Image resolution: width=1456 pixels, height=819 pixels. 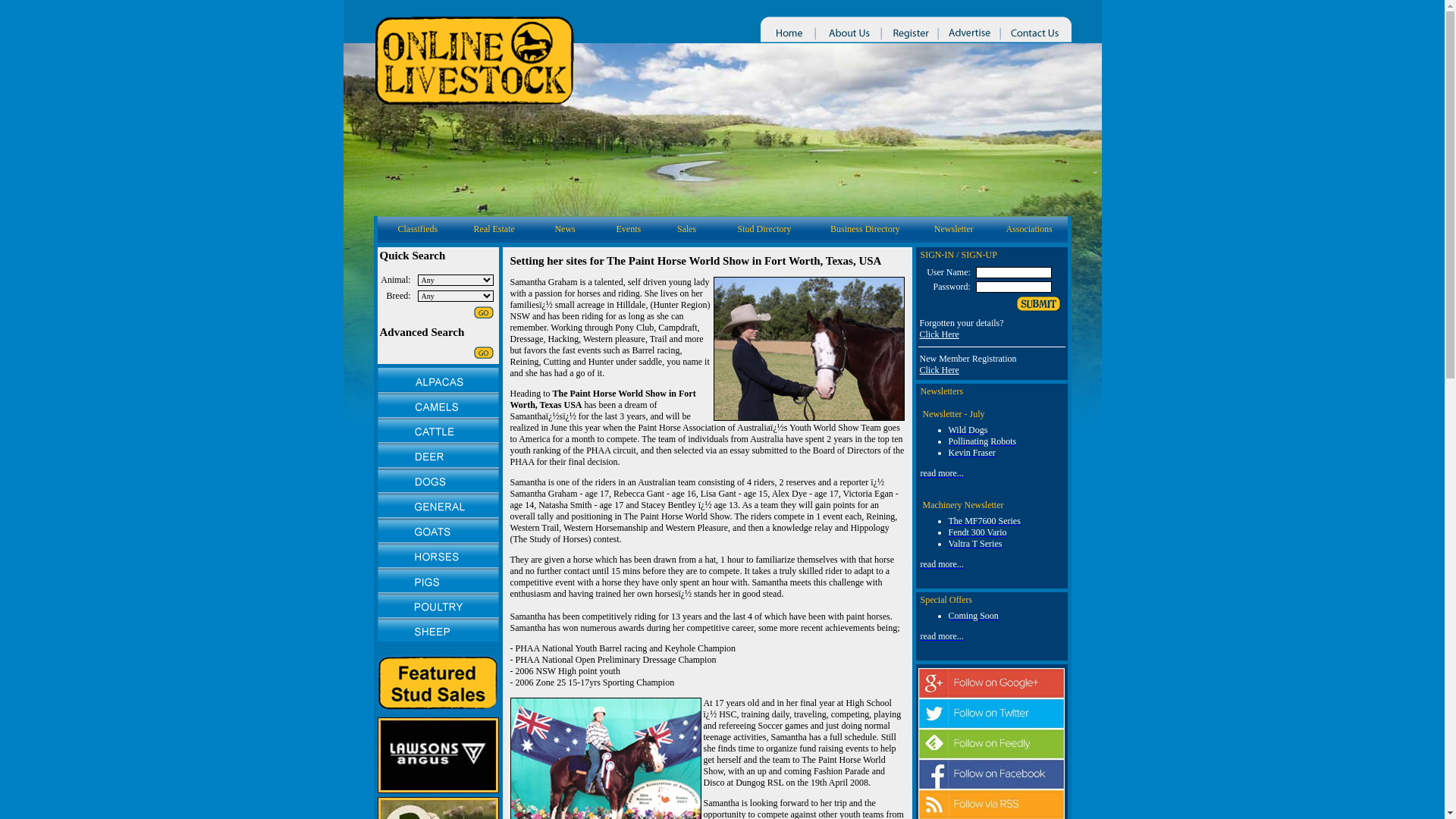 I want to click on 'read more...', so click(x=941, y=564).